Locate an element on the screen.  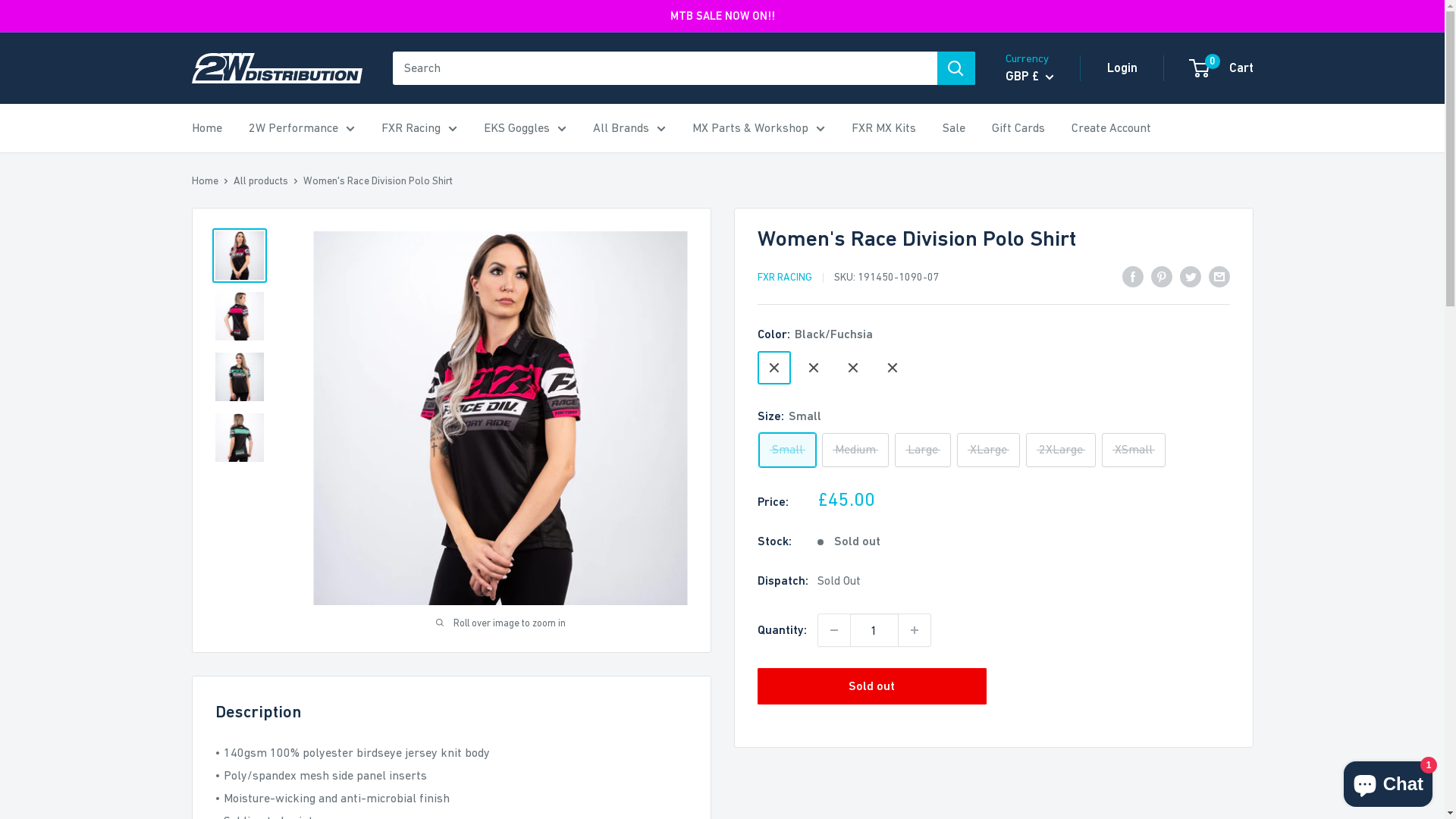
'FXR RACING' is located at coordinates (783, 277).